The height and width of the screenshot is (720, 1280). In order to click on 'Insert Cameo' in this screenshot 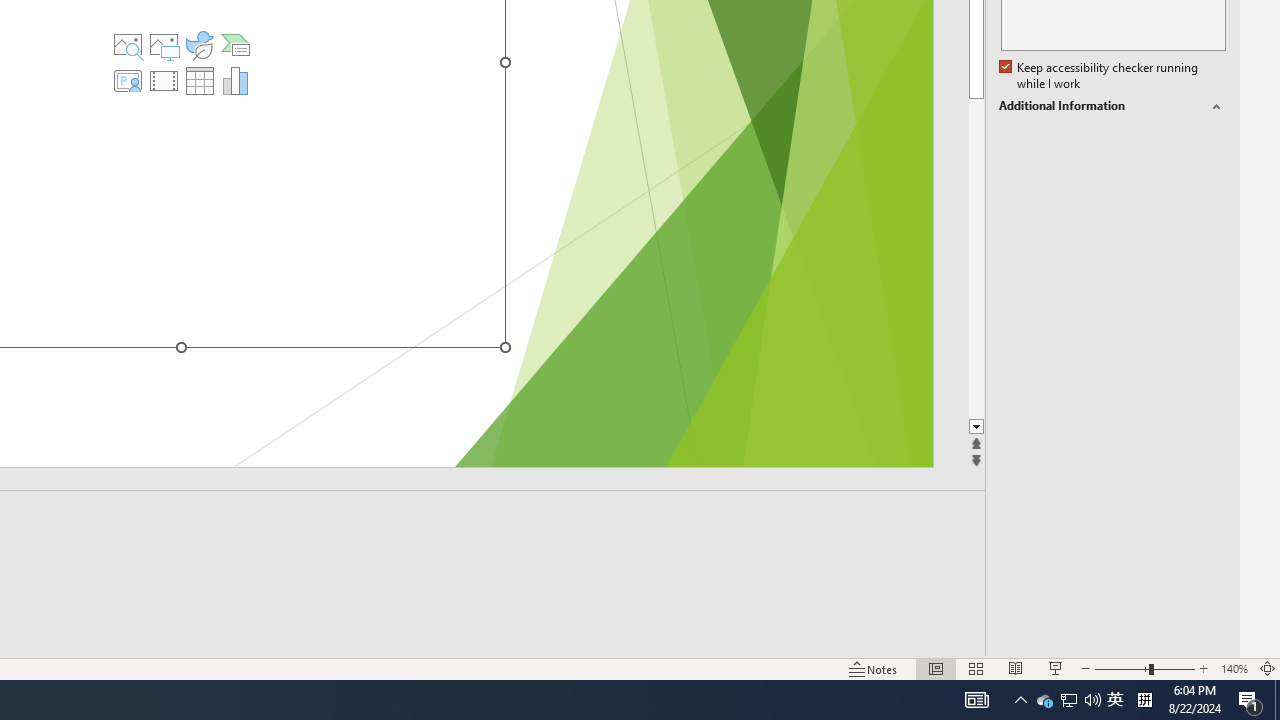, I will do `click(127, 80)`.